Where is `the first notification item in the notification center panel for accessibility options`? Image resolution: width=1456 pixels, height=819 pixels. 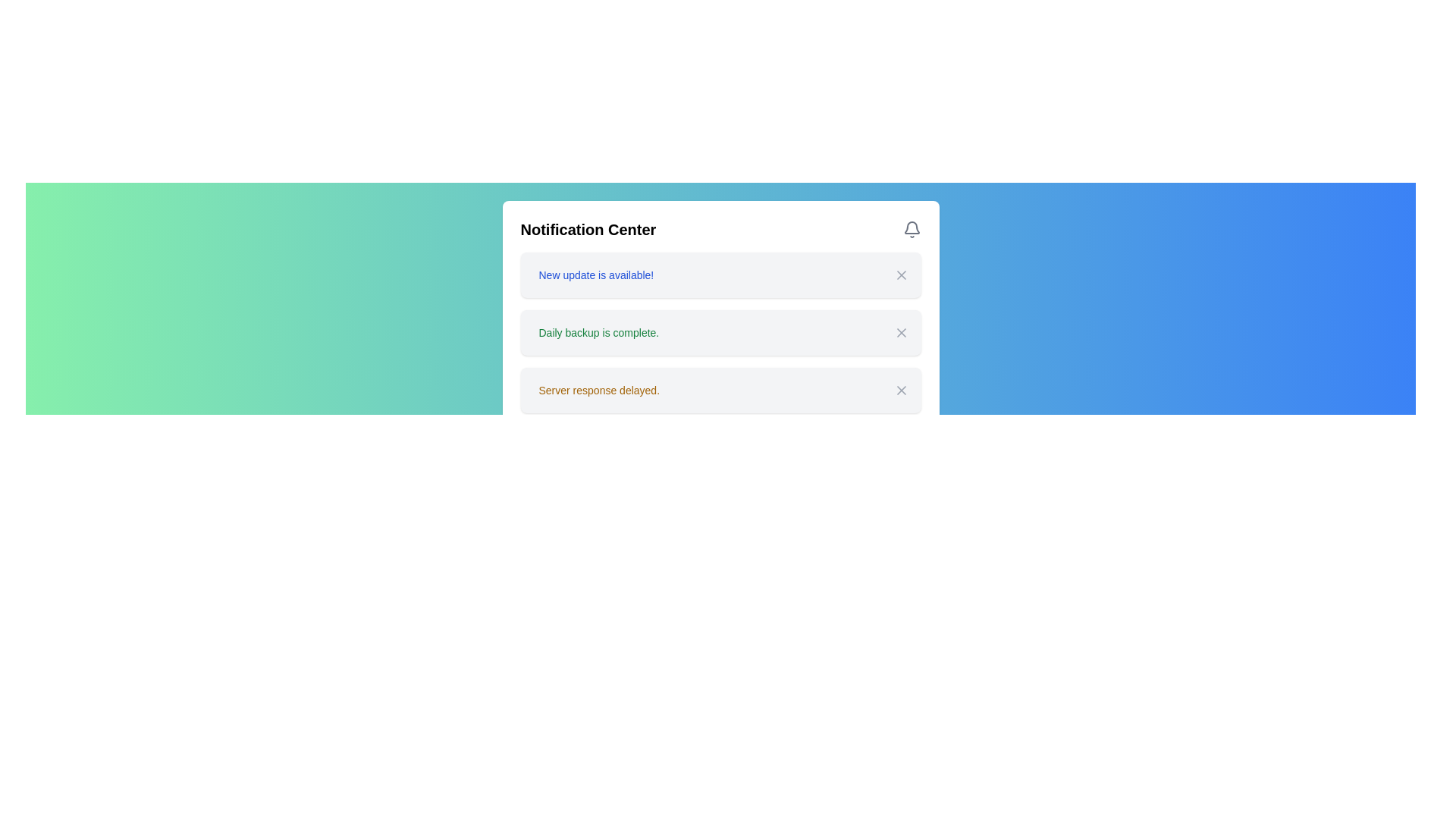
the first notification item in the notification center panel for accessibility options is located at coordinates (720, 275).